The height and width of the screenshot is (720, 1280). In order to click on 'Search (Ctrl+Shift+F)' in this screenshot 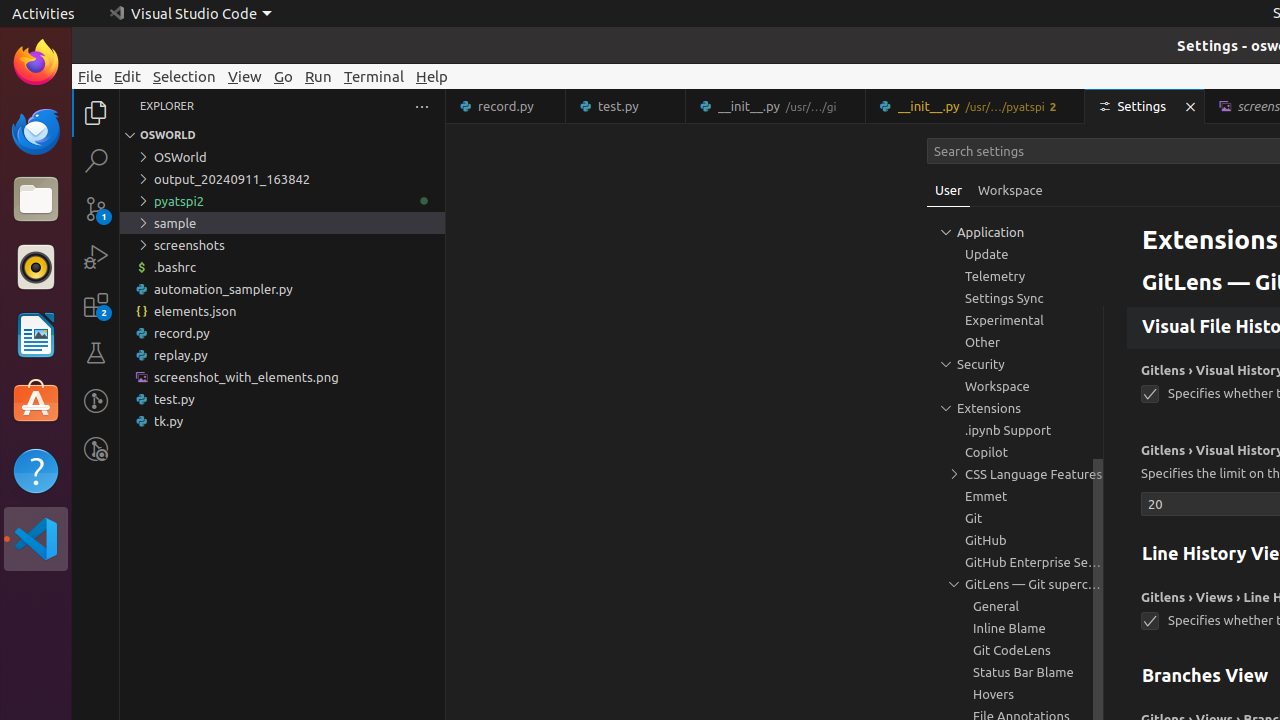, I will do `click(95, 159)`.